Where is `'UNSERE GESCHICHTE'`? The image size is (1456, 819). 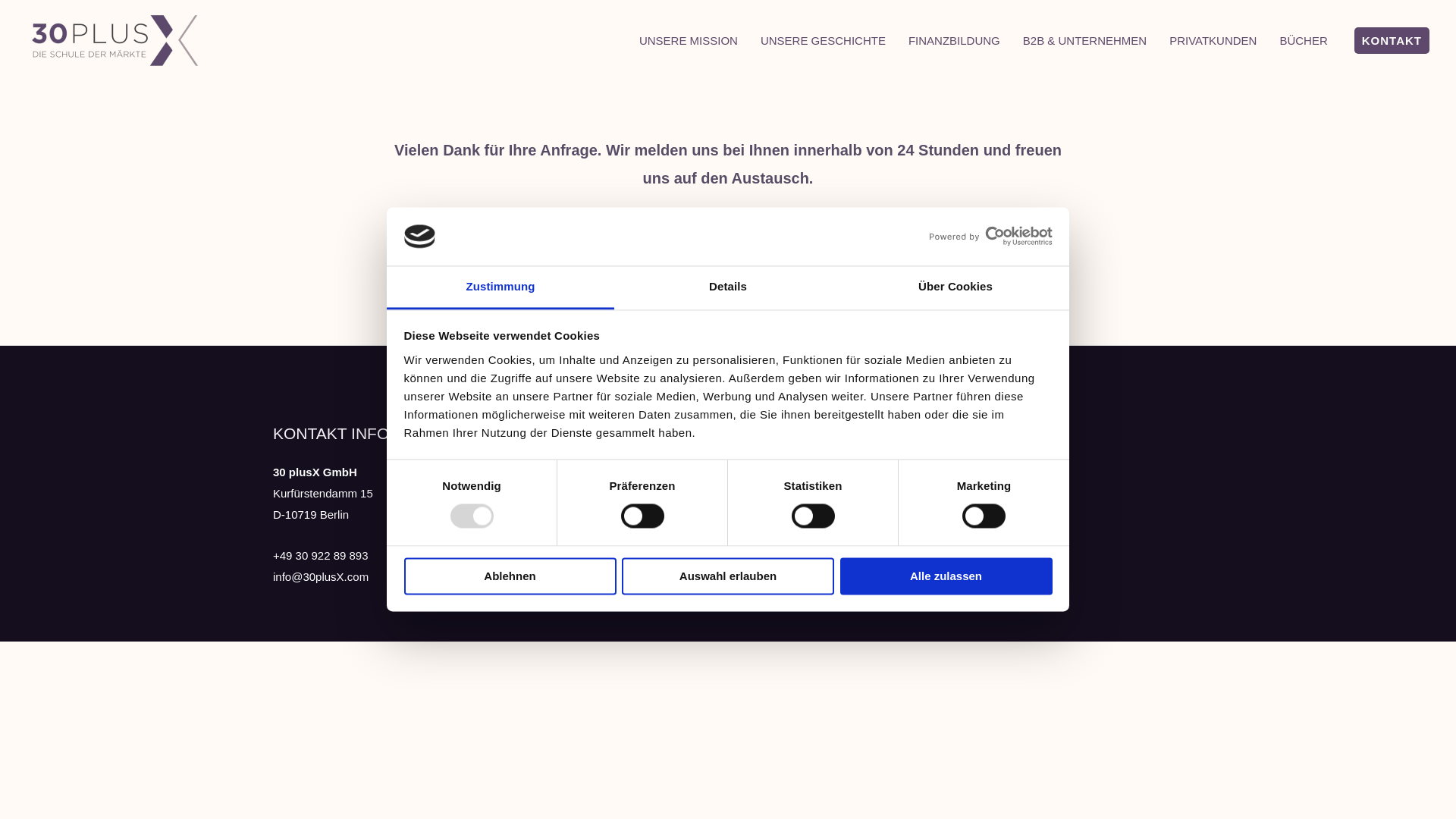
'UNSERE GESCHICHTE' is located at coordinates (749, 39).